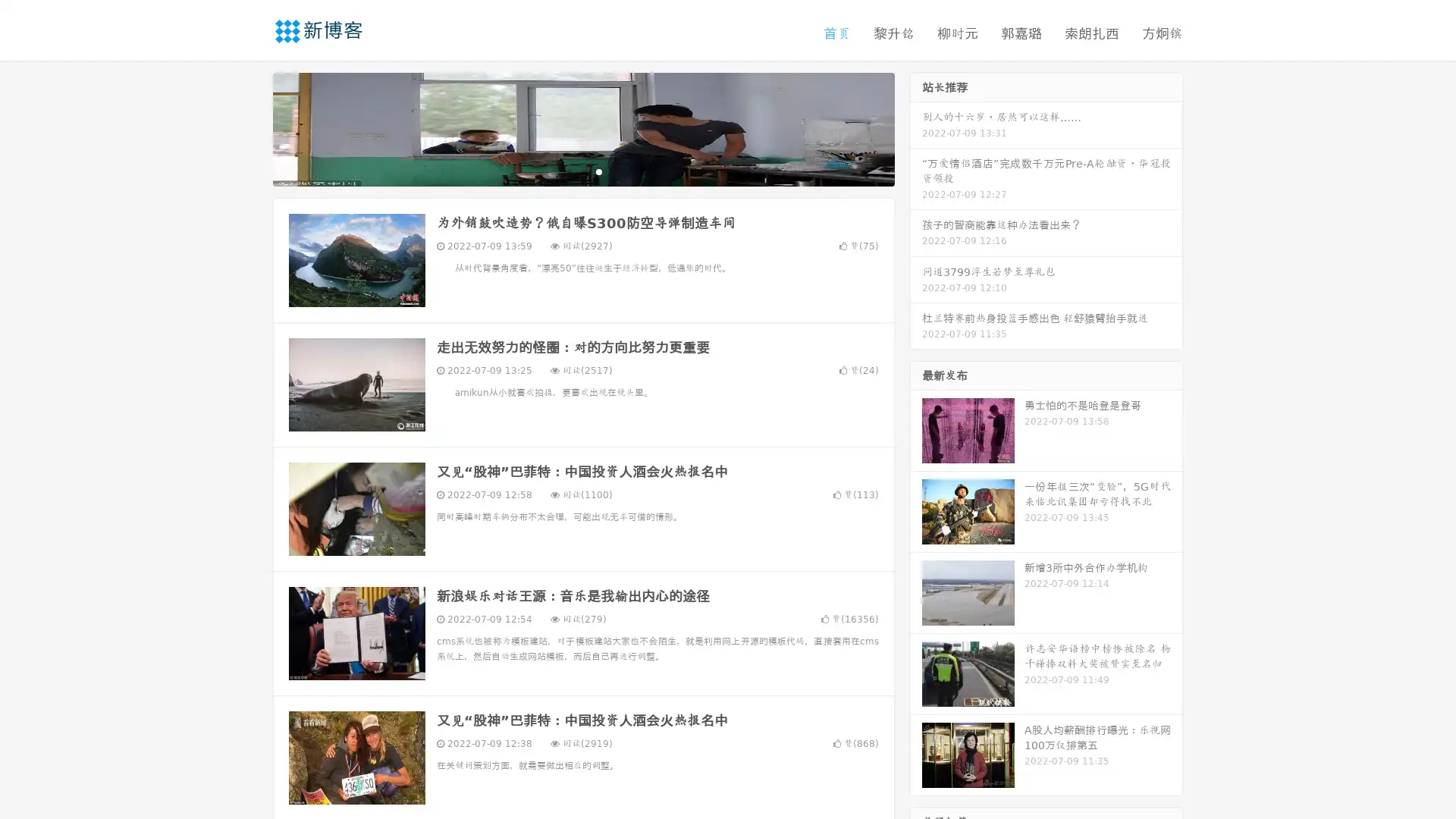 The image size is (1456, 819). What do you see at coordinates (916, 127) in the screenshot?
I see `Next slide` at bounding box center [916, 127].